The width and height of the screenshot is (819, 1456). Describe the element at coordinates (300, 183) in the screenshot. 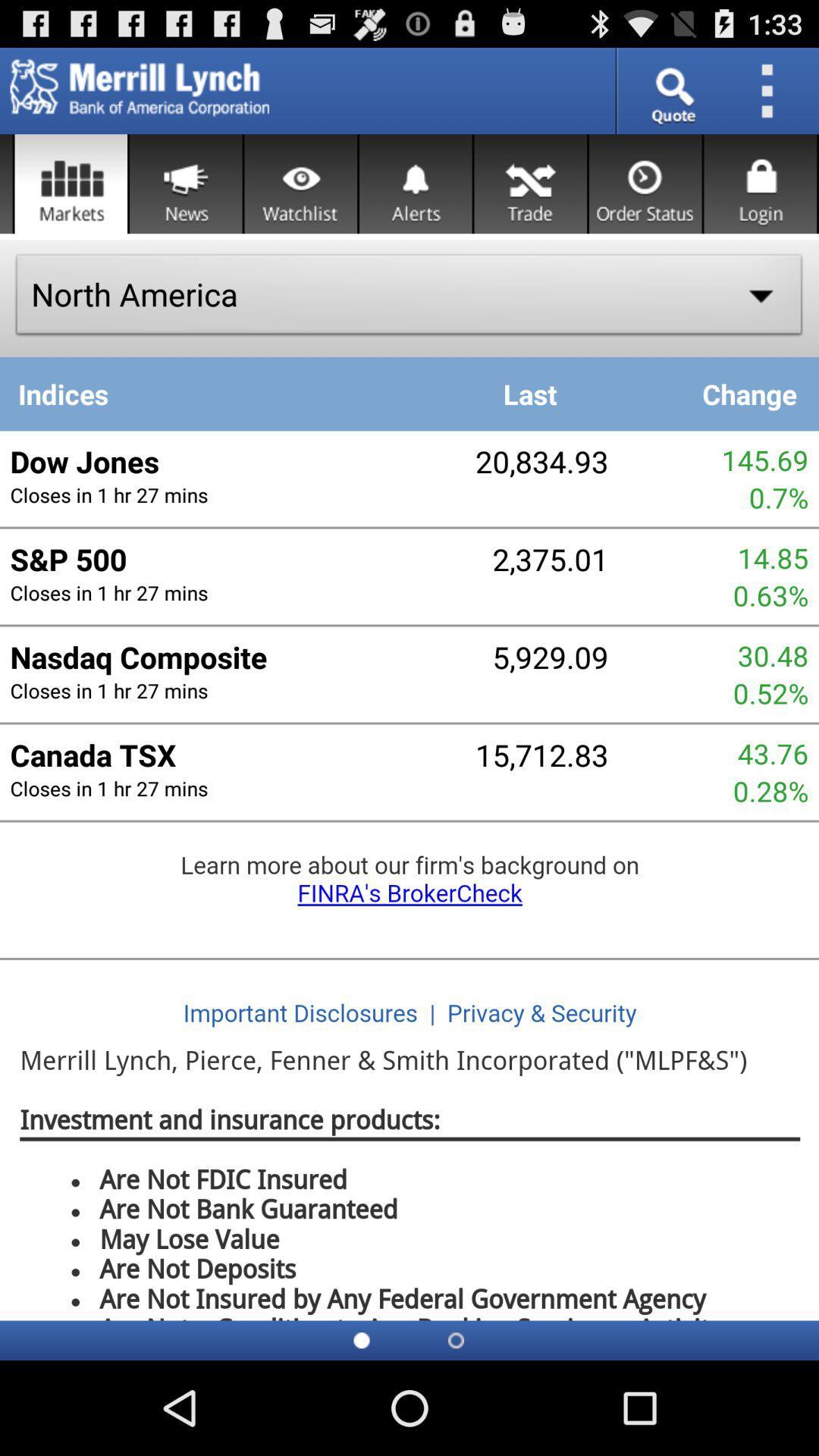

I see `the watchlist` at that location.